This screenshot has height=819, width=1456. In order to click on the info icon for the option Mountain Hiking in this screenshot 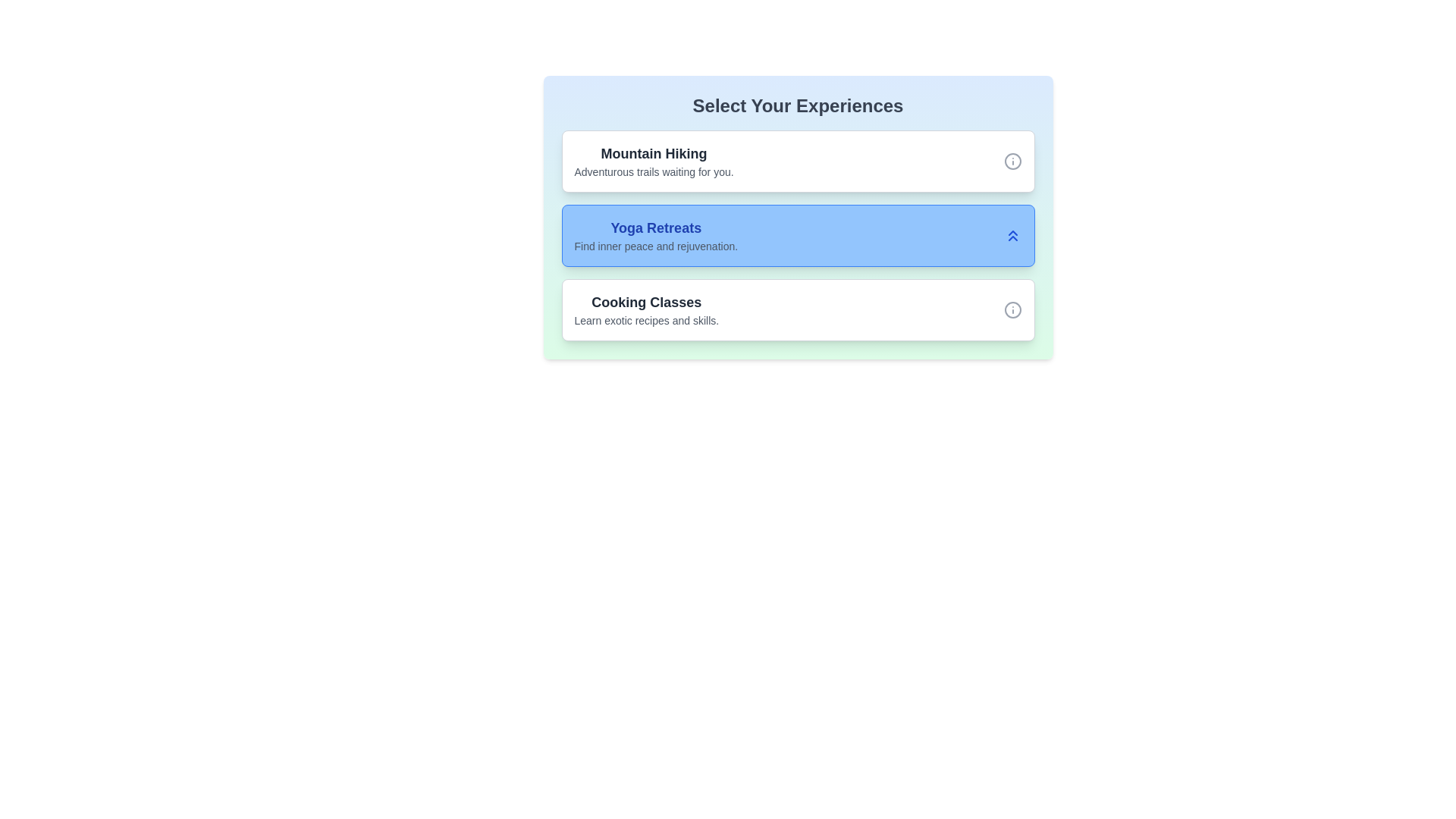, I will do `click(1012, 161)`.